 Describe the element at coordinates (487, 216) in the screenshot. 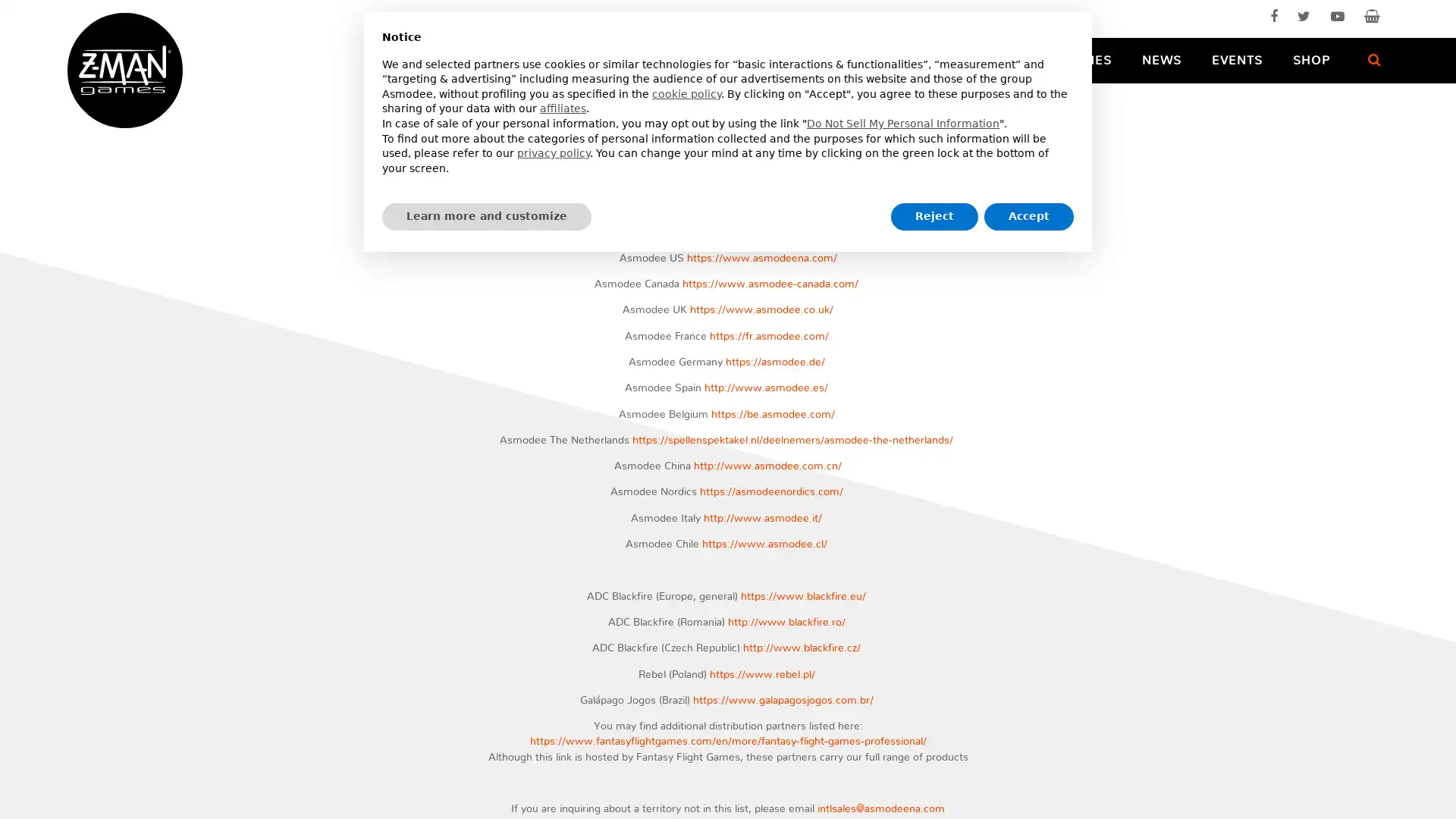

I see `Learn more and customize` at that location.